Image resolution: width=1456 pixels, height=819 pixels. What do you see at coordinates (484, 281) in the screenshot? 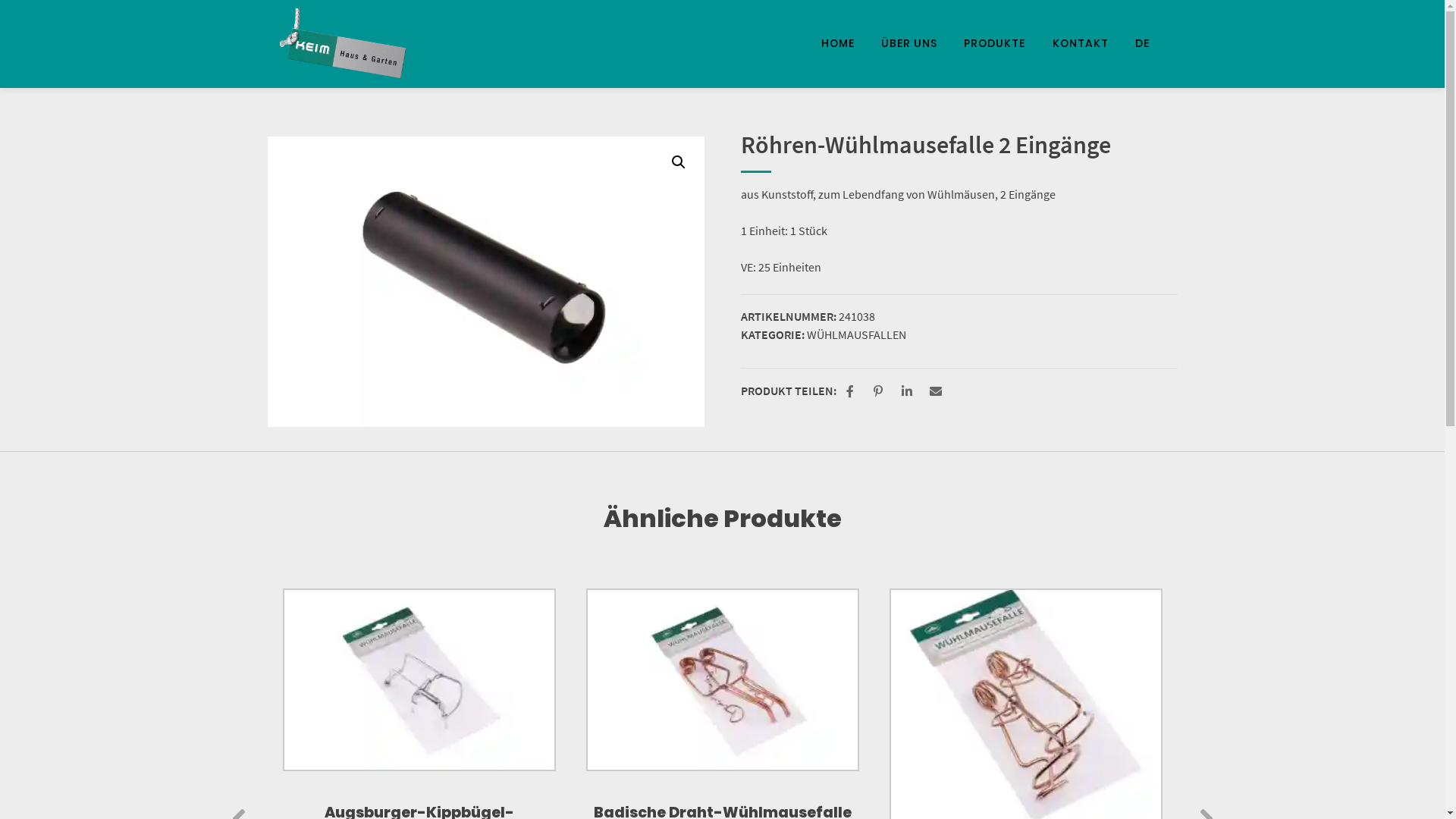
I see `'SONY DSC'` at bounding box center [484, 281].